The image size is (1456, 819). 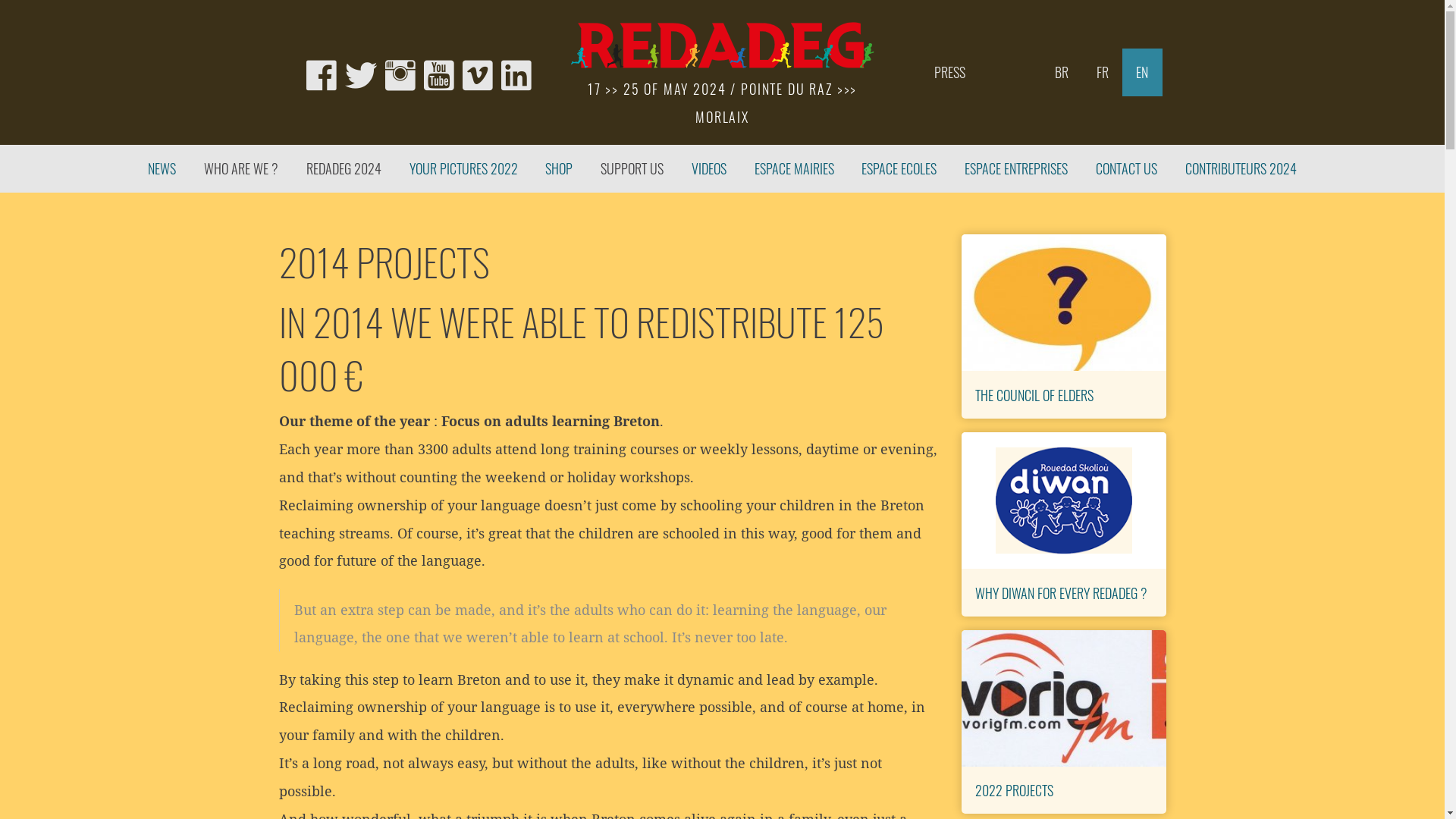 What do you see at coordinates (1241, 168) in the screenshot?
I see `'CONTRIBUTEURS 2024'` at bounding box center [1241, 168].